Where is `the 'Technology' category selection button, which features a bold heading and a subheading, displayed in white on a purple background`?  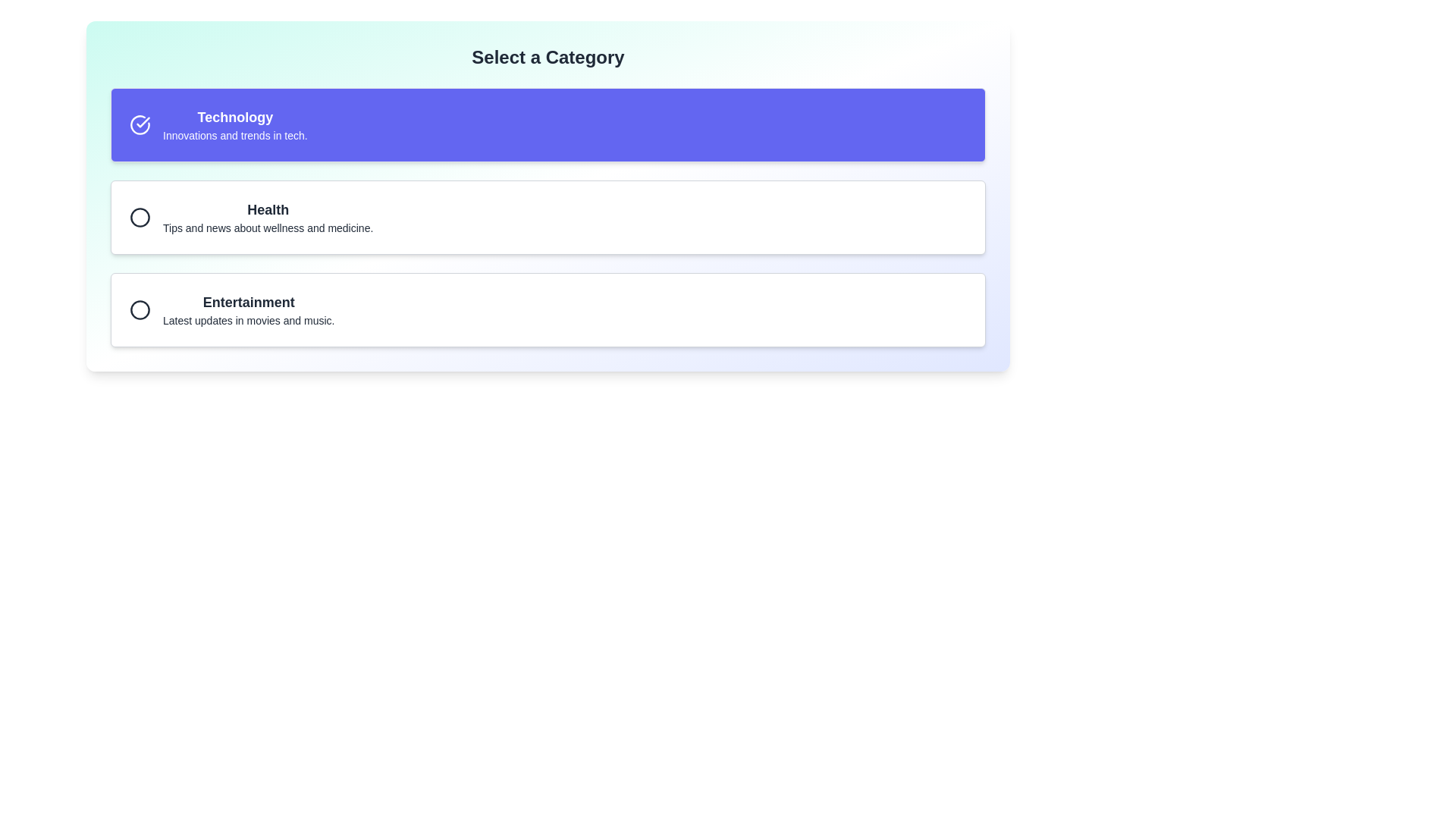 the 'Technology' category selection button, which features a bold heading and a subheading, displayed in white on a purple background is located at coordinates (234, 124).